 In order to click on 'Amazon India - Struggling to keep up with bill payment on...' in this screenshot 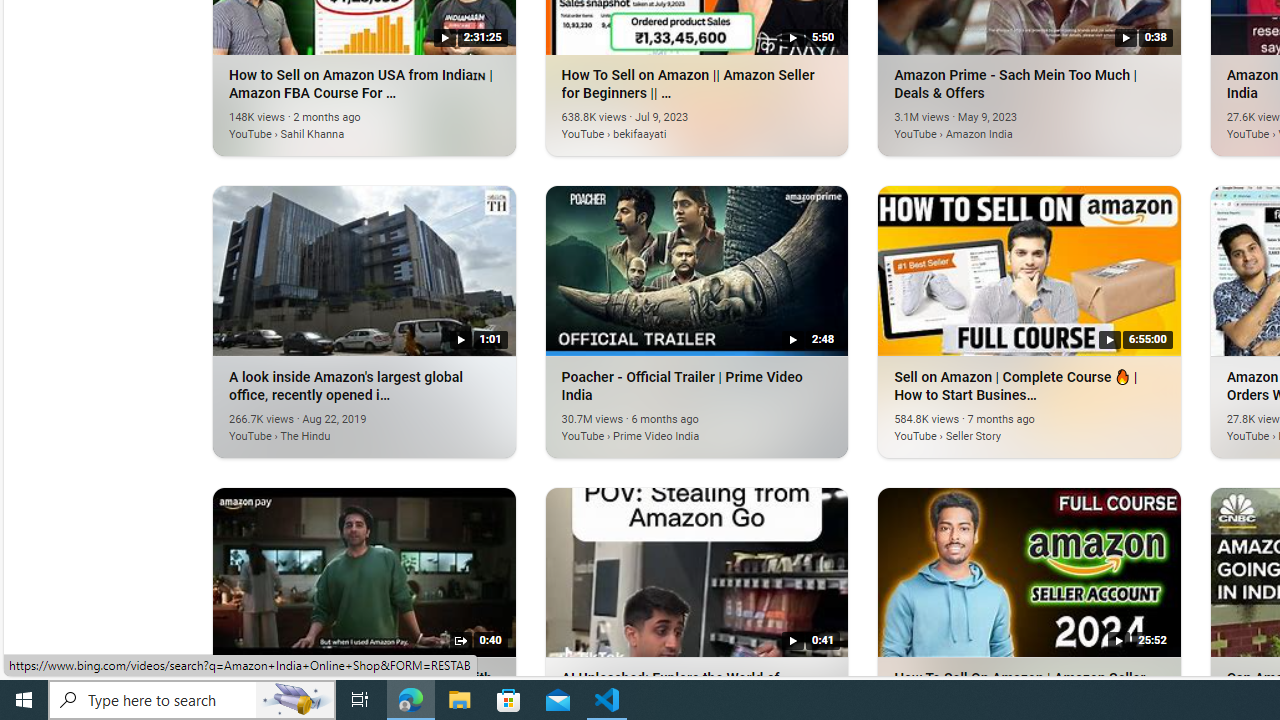, I will do `click(364, 571)`.